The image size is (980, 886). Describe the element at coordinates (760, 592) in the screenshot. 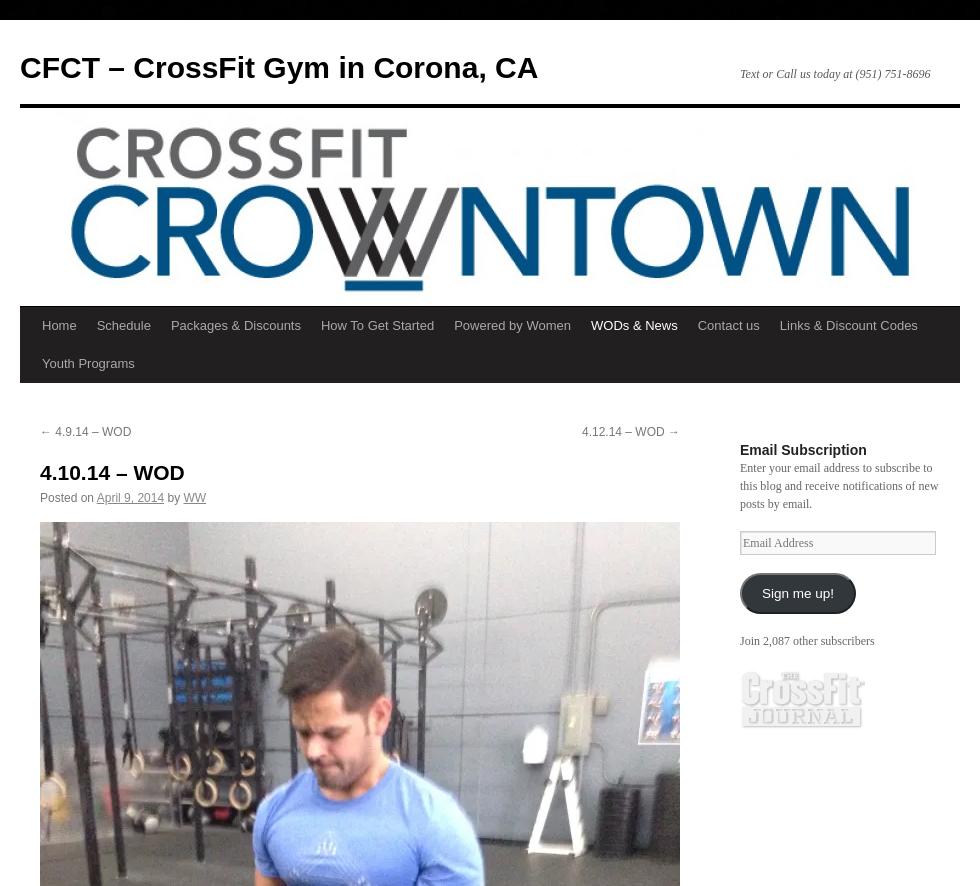

I see `'Sign me up!'` at that location.